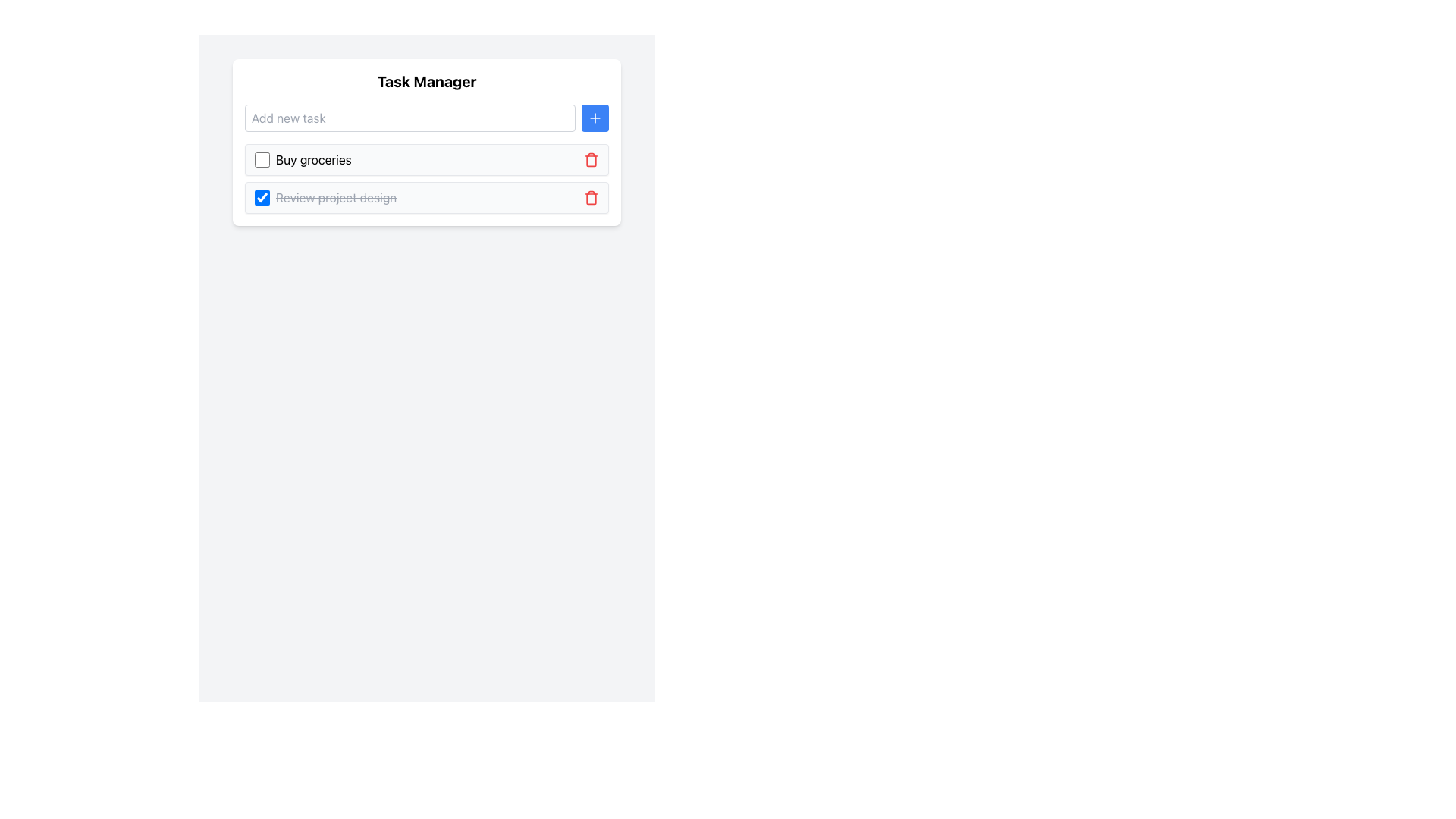 The image size is (1456, 819). What do you see at coordinates (595, 117) in the screenshot?
I see `the plus sign icon within the blue circular button at the top-right corner of the task input field in the Task Manager interface` at bounding box center [595, 117].